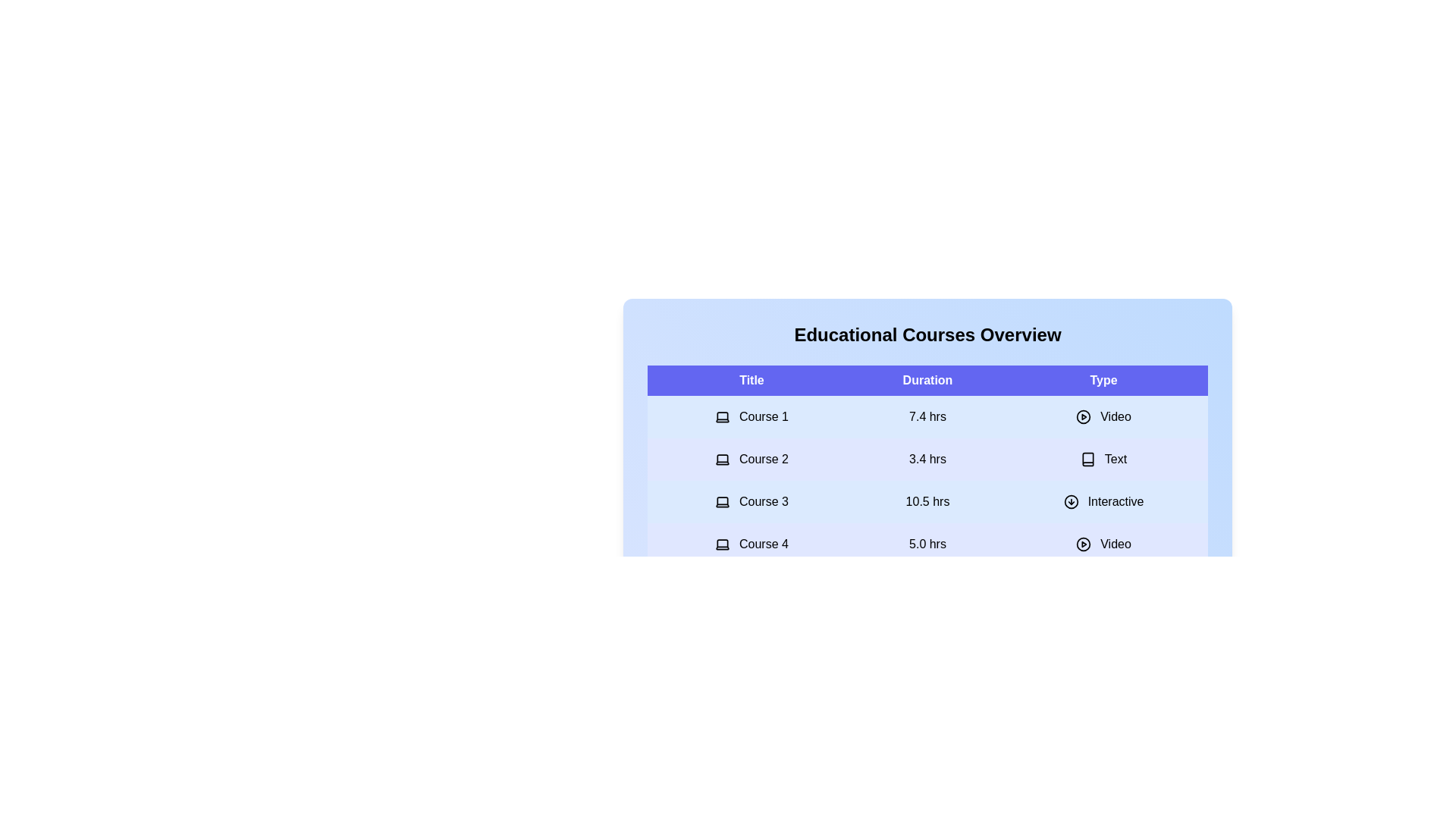 This screenshot has width=1456, height=819. I want to click on the 'Duration' column header to sort the table by duration, so click(927, 379).